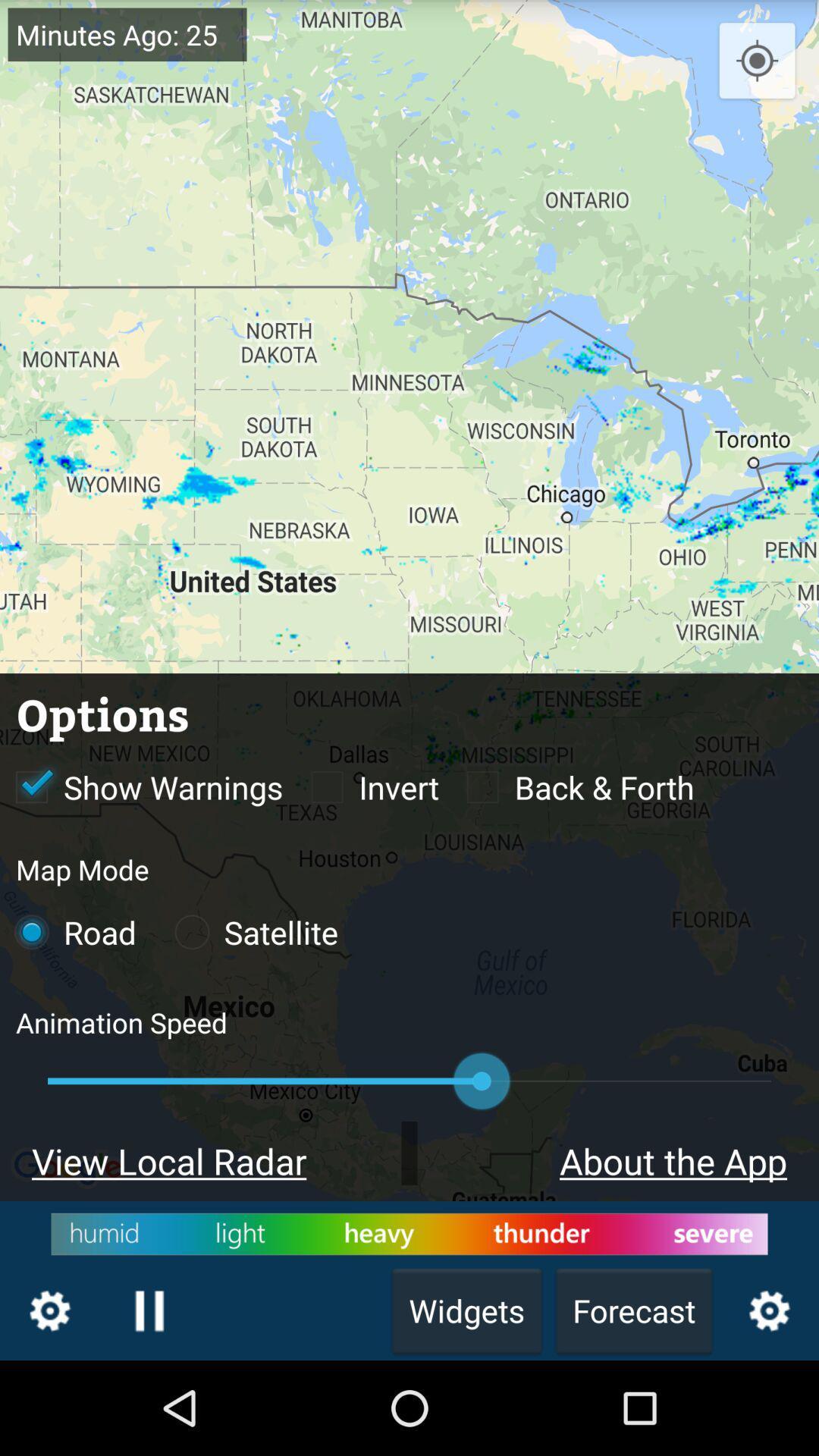 The width and height of the screenshot is (819, 1456). What do you see at coordinates (554, 1160) in the screenshot?
I see `about the app which is before view local radar on the page` at bounding box center [554, 1160].